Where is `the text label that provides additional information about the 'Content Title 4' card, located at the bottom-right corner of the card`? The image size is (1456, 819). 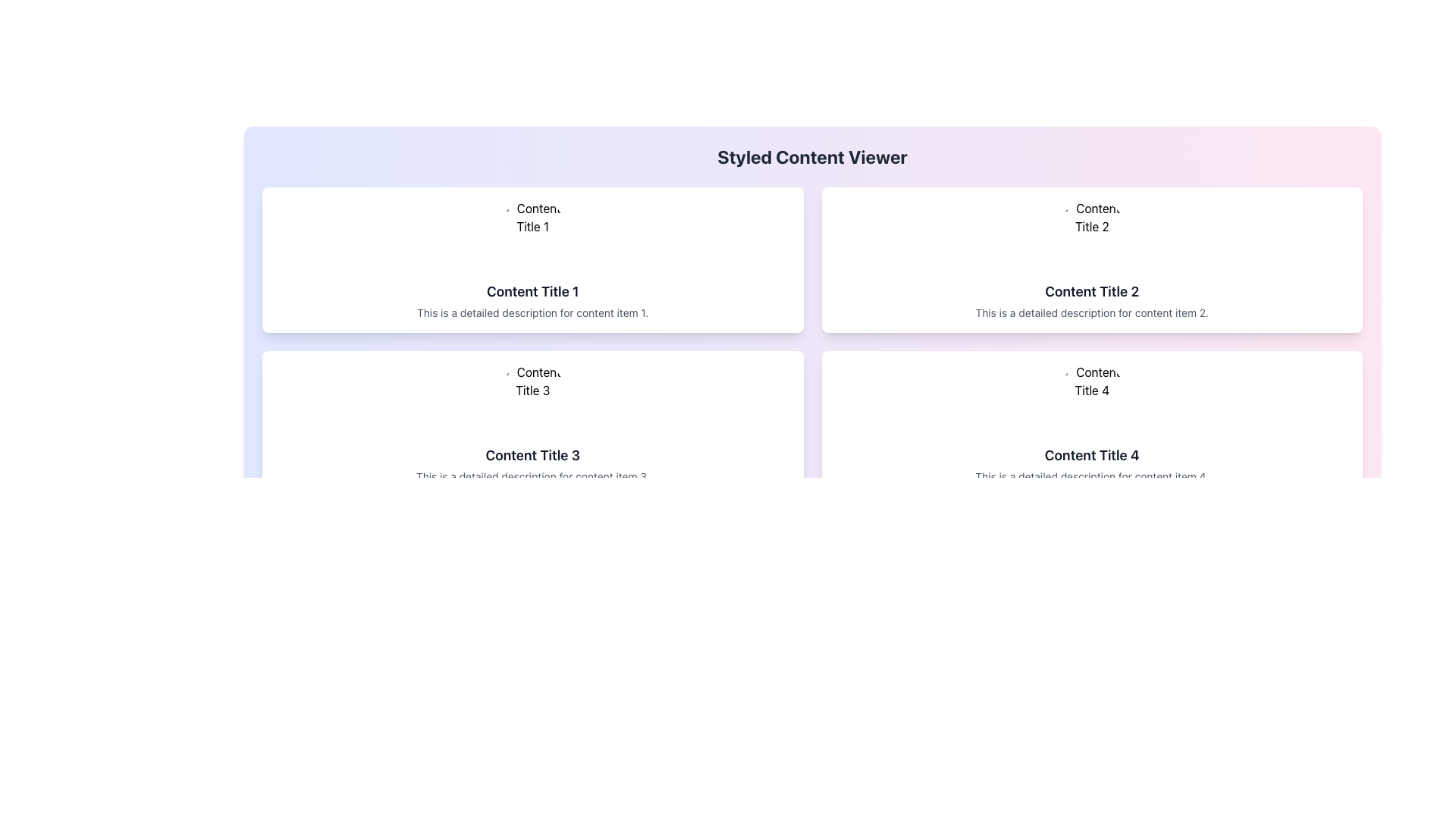
the text label that provides additional information about the 'Content Title 4' card, located at the bottom-right corner of the card is located at coordinates (1092, 475).